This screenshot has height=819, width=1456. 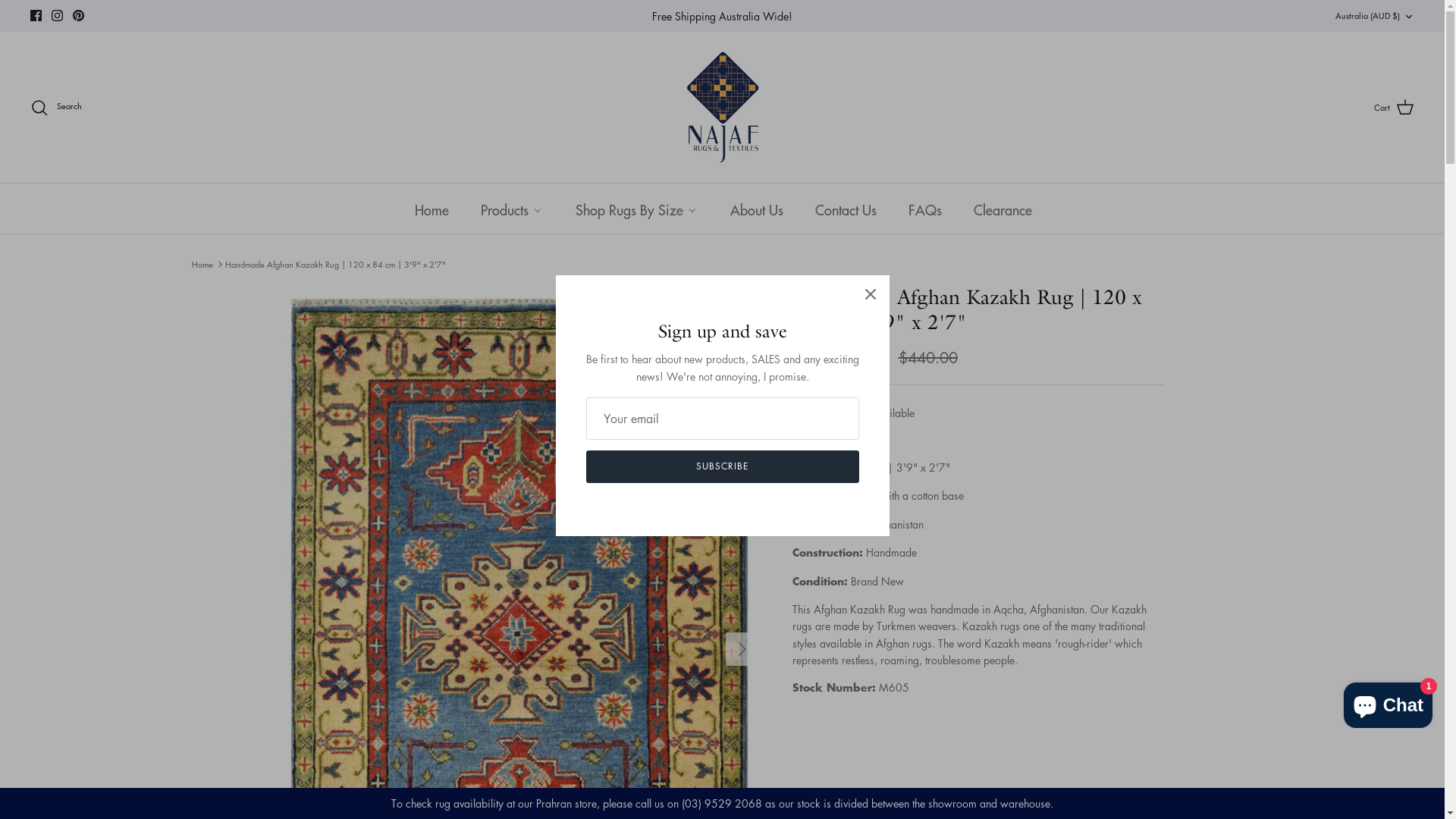 I want to click on 'Pinterest', so click(x=77, y=15).